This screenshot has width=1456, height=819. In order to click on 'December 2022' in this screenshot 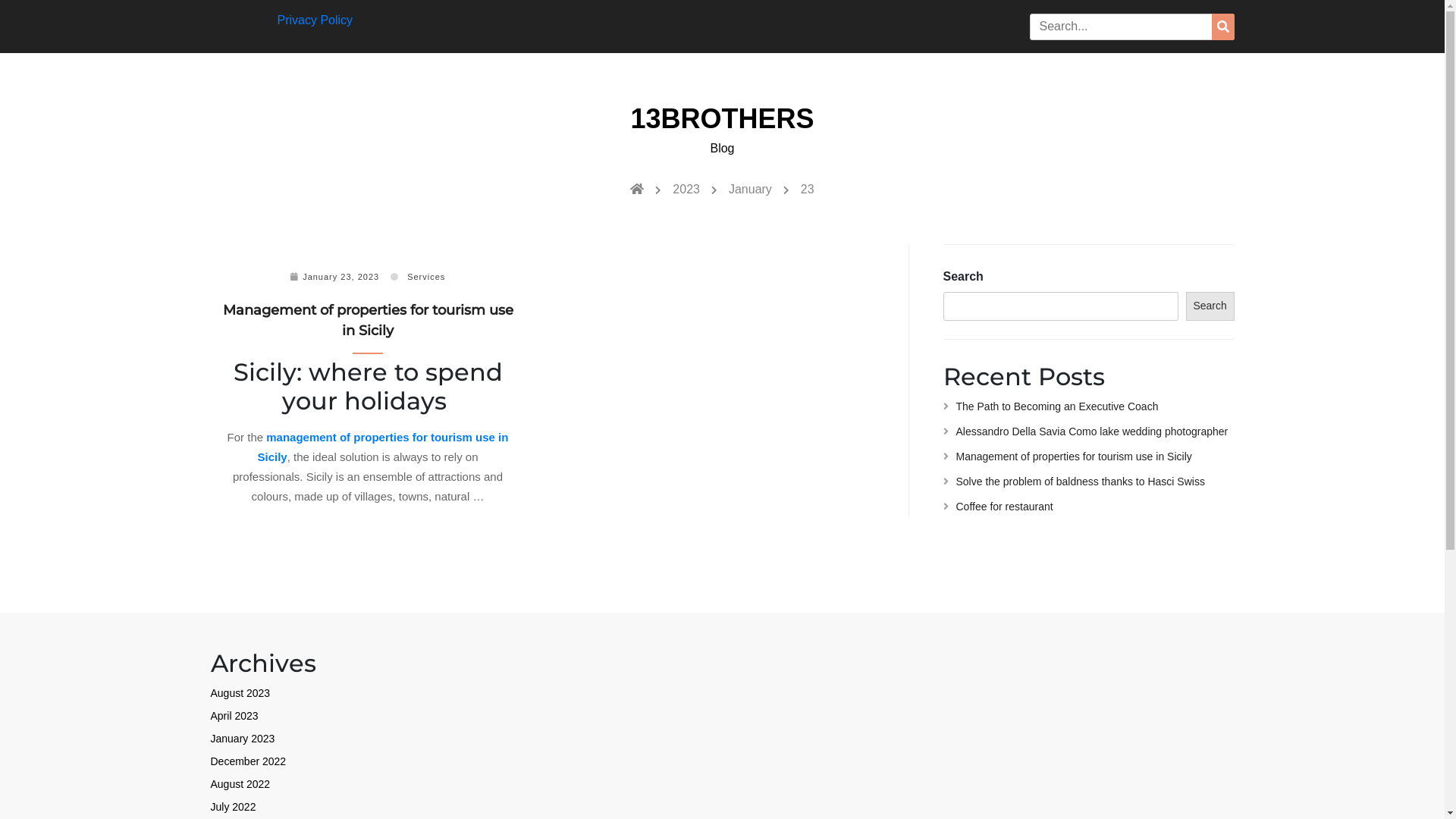, I will do `click(210, 761)`.